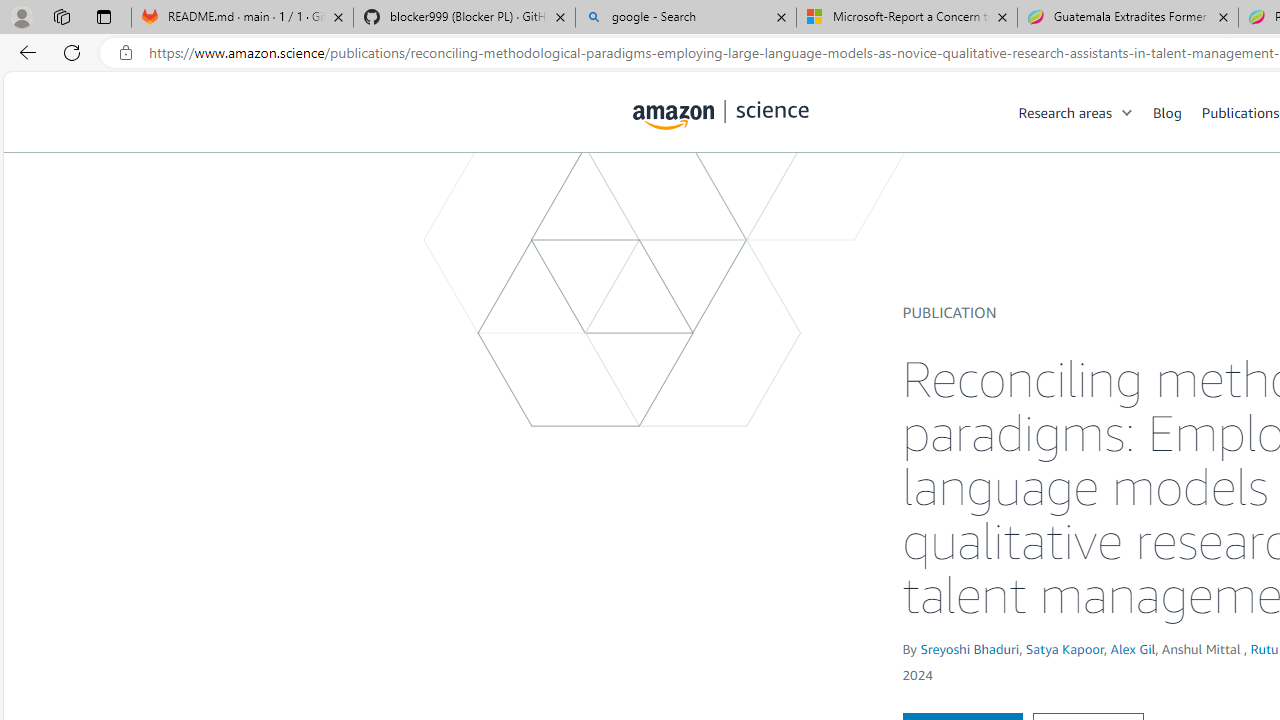  I want to click on 'home page', so click(720, 110).